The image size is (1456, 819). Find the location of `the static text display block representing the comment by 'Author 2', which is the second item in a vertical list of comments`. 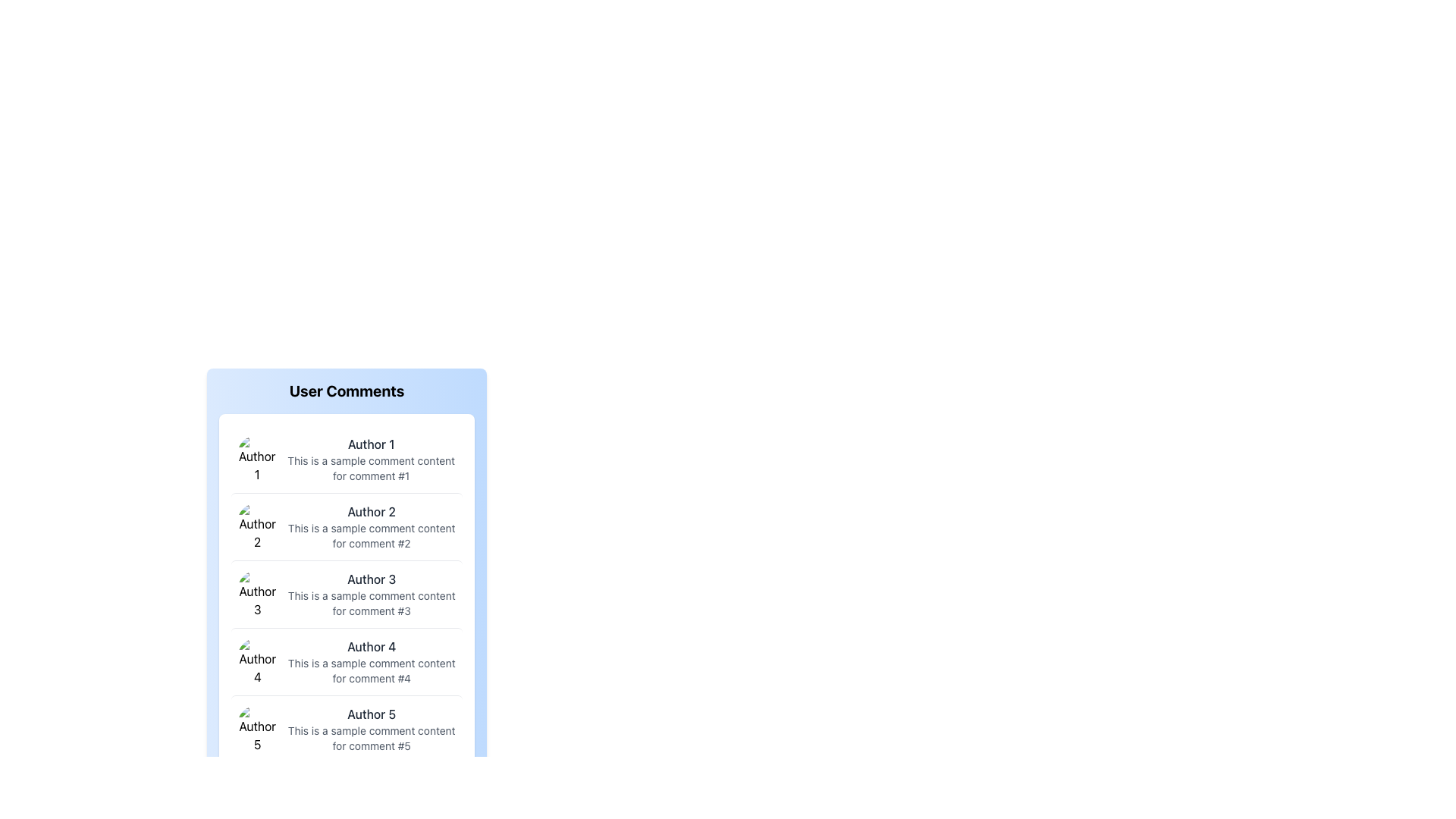

the static text display block representing the comment by 'Author 2', which is the second item in a vertical list of comments is located at coordinates (372, 526).